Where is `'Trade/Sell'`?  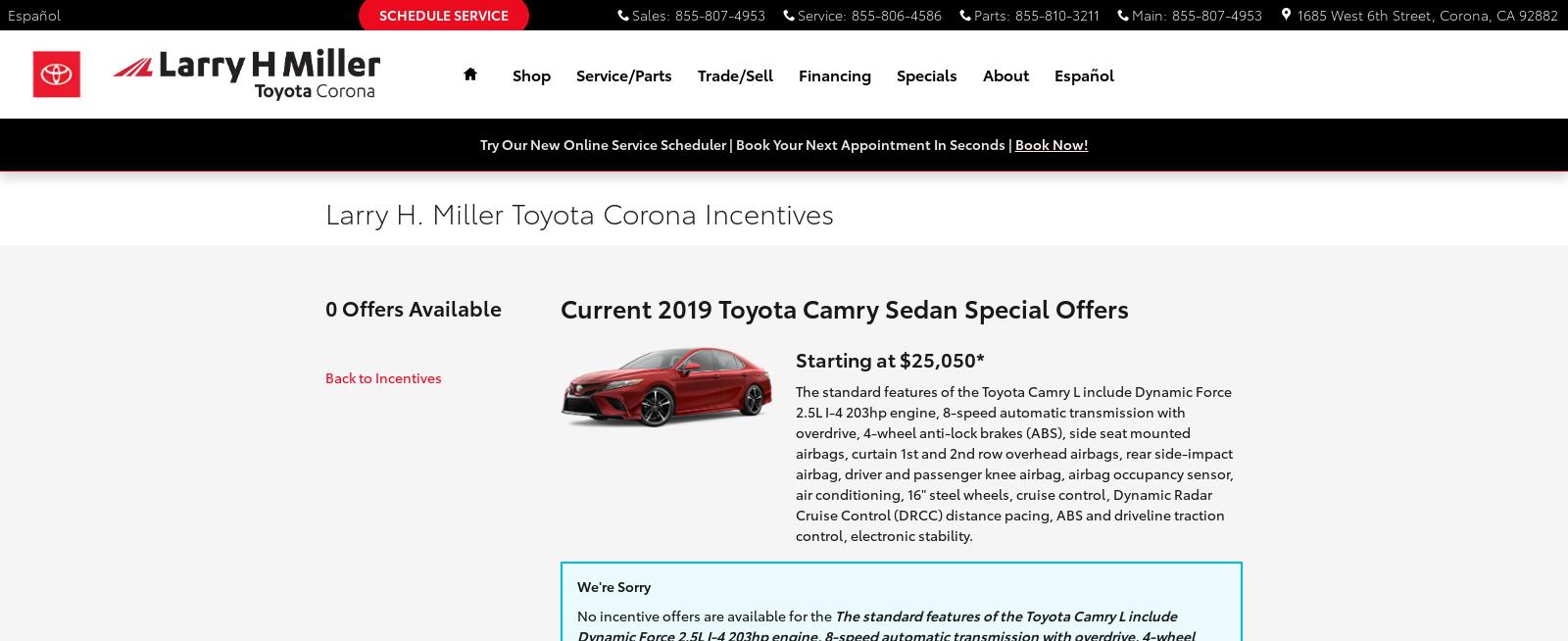
'Trade/Sell' is located at coordinates (735, 73).